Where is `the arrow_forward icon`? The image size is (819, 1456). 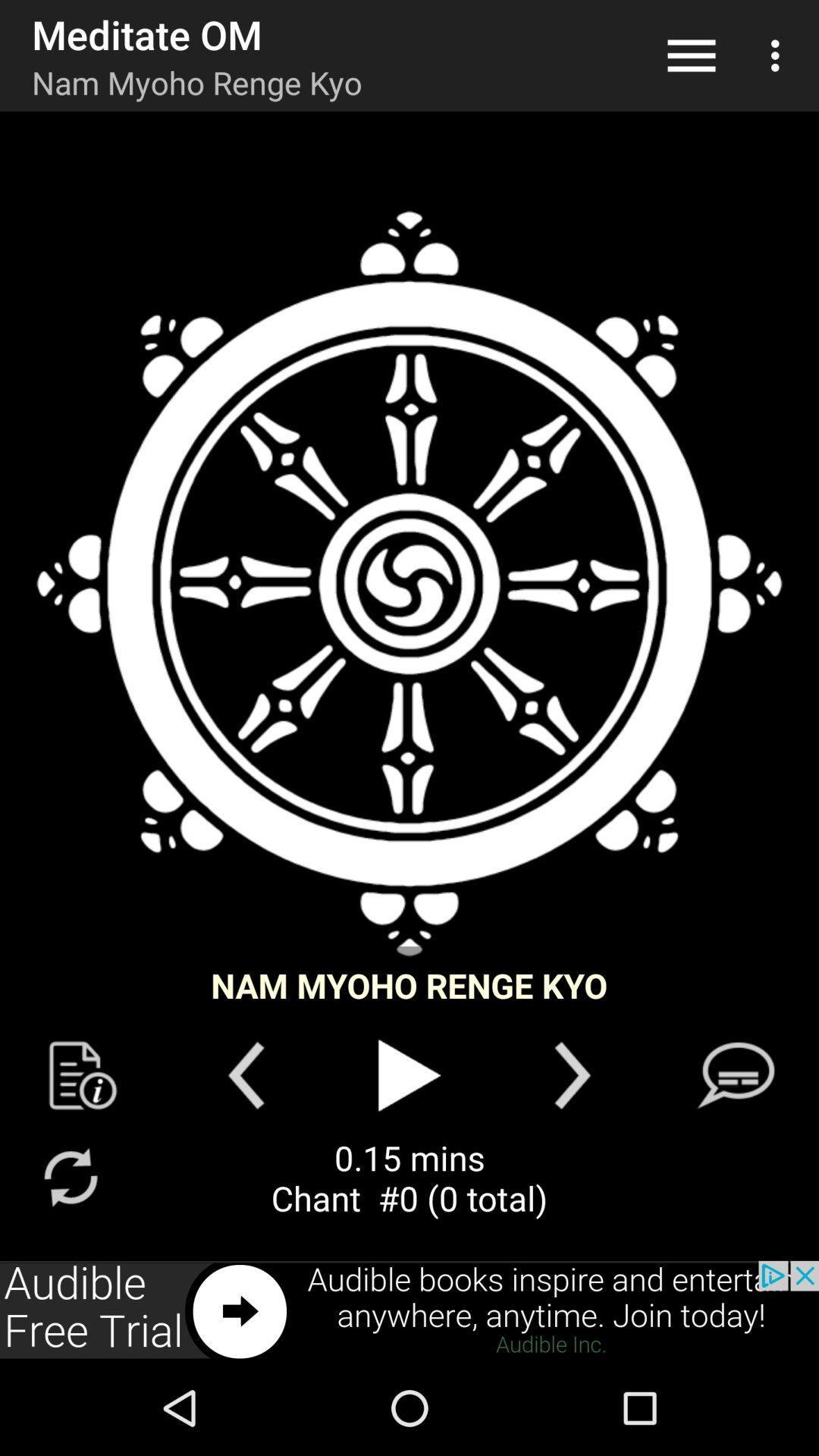 the arrow_forward icon is located at coordinates (573, 1075).